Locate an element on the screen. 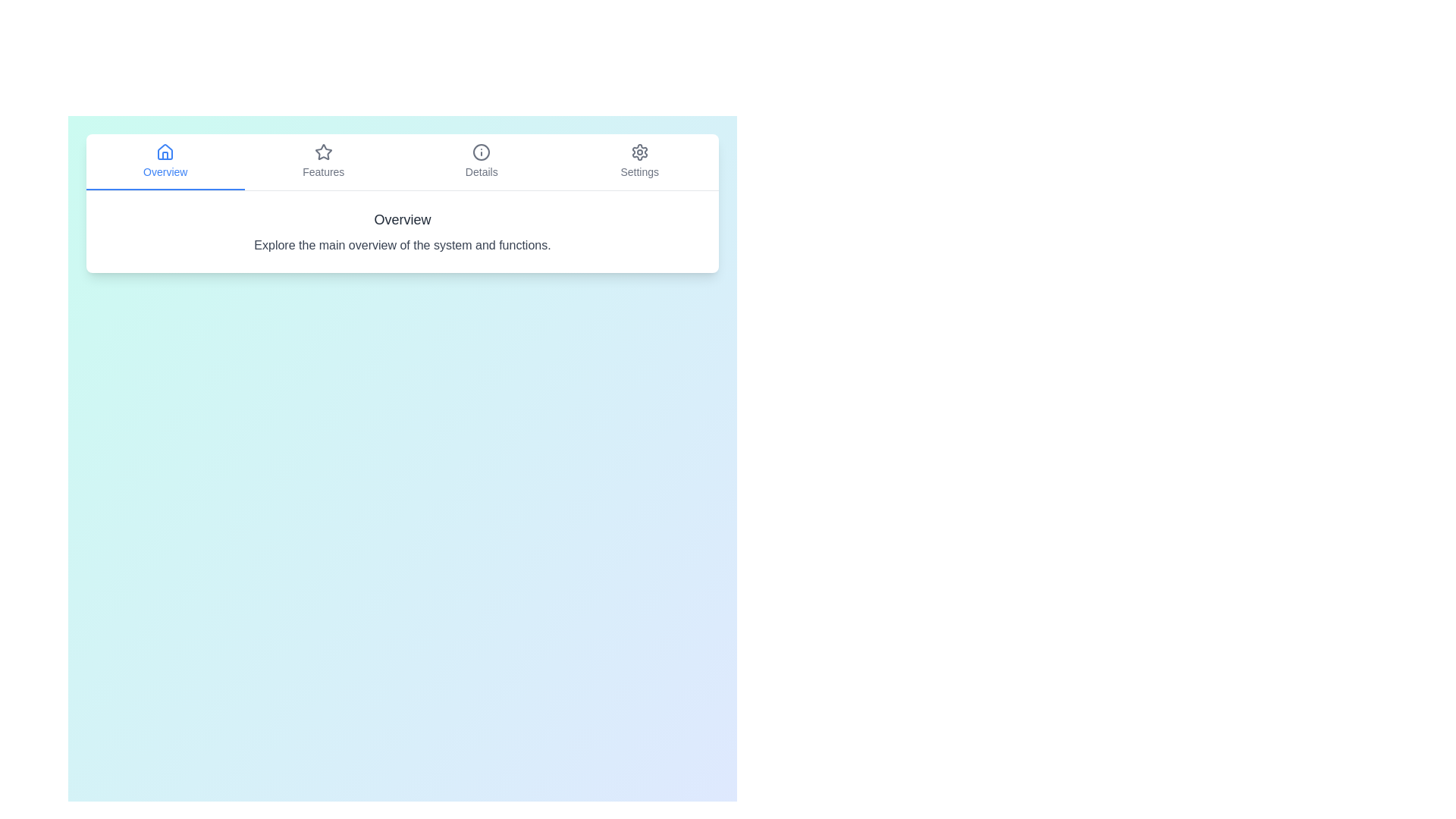 The image size is (1456, 819). the tab labeled Features is located at coordinates (323, 162).